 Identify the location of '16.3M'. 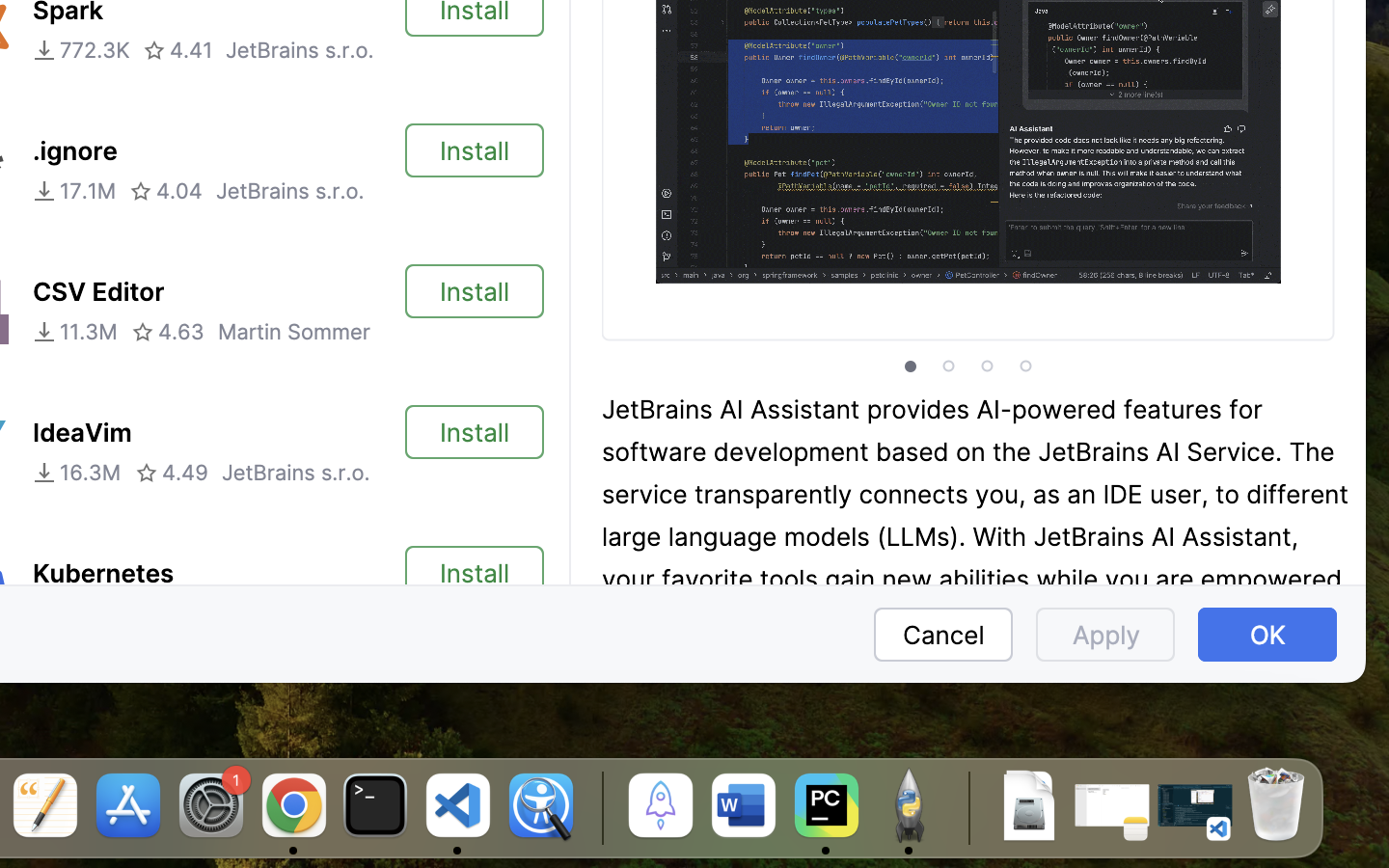
(77, 471).